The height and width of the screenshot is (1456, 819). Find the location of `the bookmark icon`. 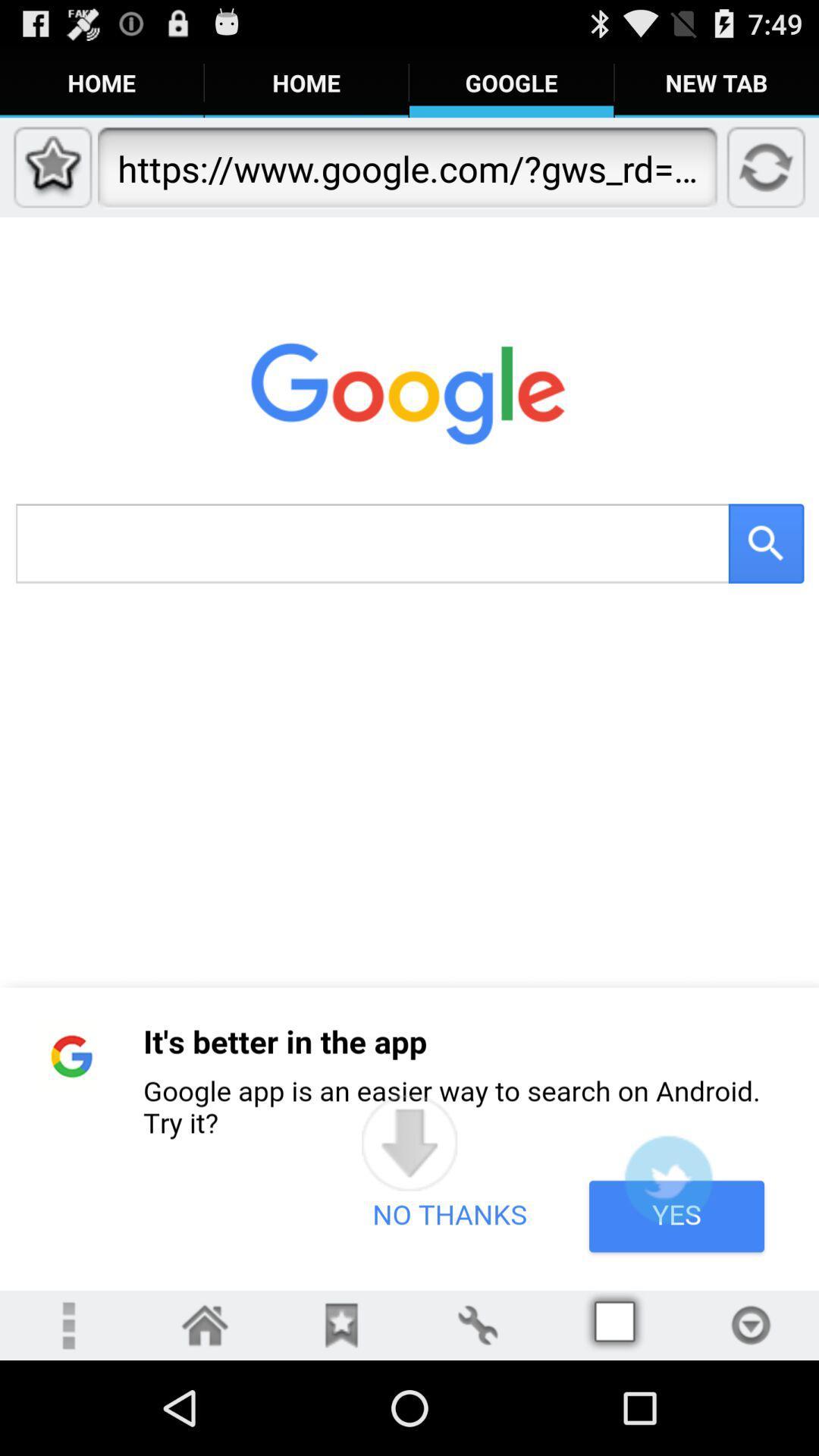

the bookmark icon is located at coordinates (341, 1417).